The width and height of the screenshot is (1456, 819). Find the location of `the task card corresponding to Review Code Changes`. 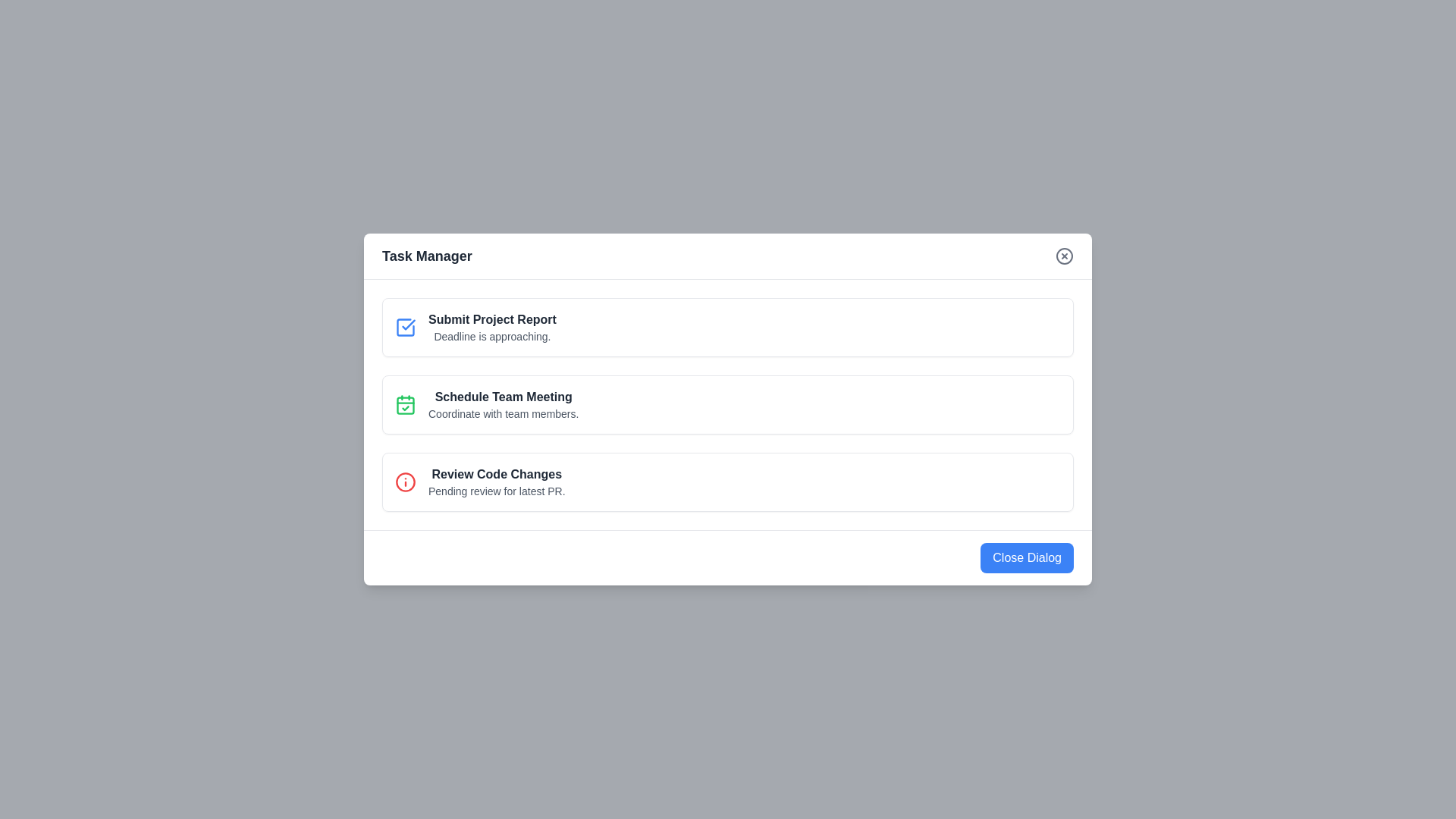

the task card corresponding to Review Code Changes is located at coordinates (728, 482).